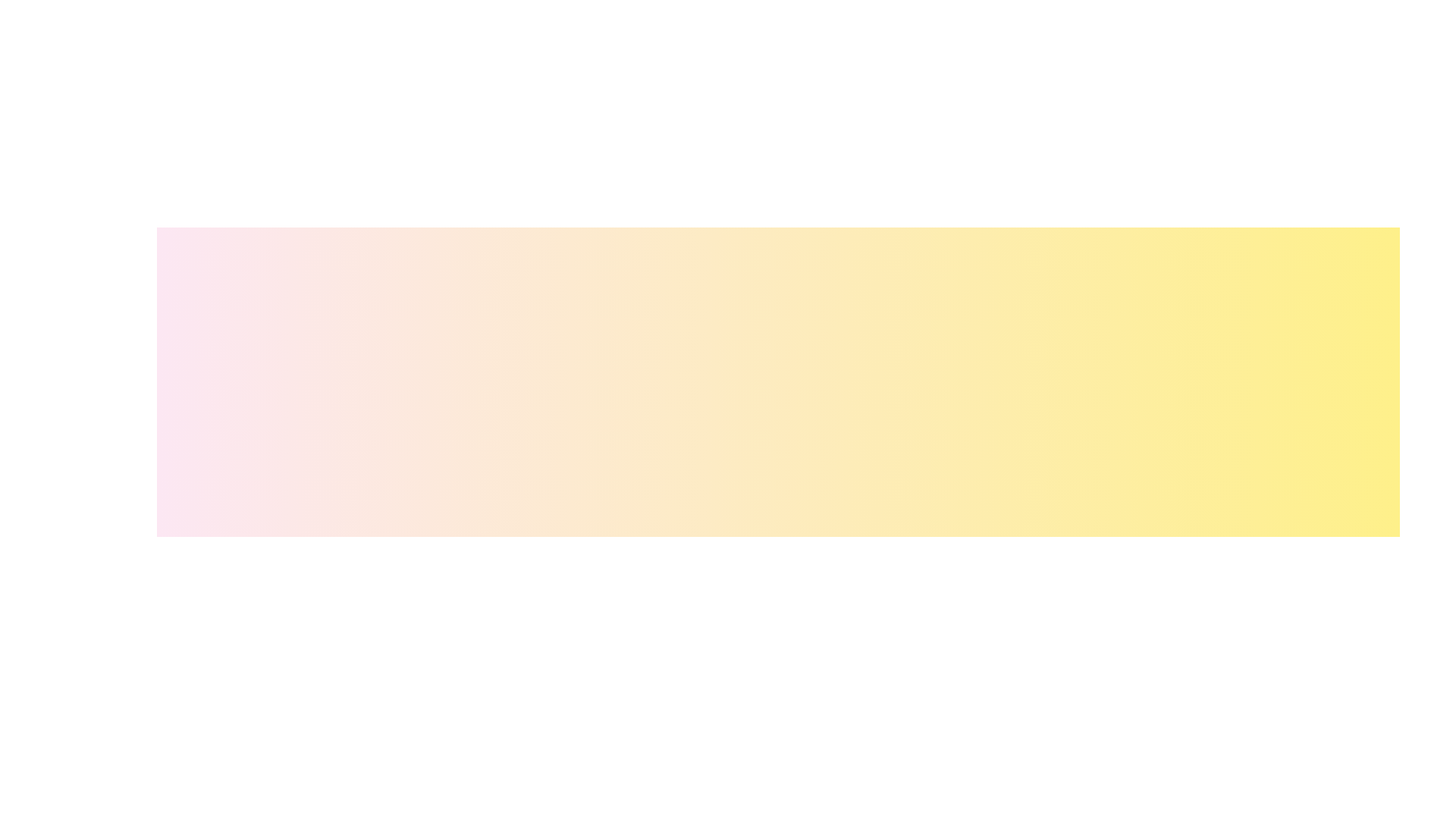 Image resolution: width=1456 pixels, height=819 pixels. Describe the element at coordinates (776, 590) in the screenshot. I see `the Weekly tab to view its content` at that location.